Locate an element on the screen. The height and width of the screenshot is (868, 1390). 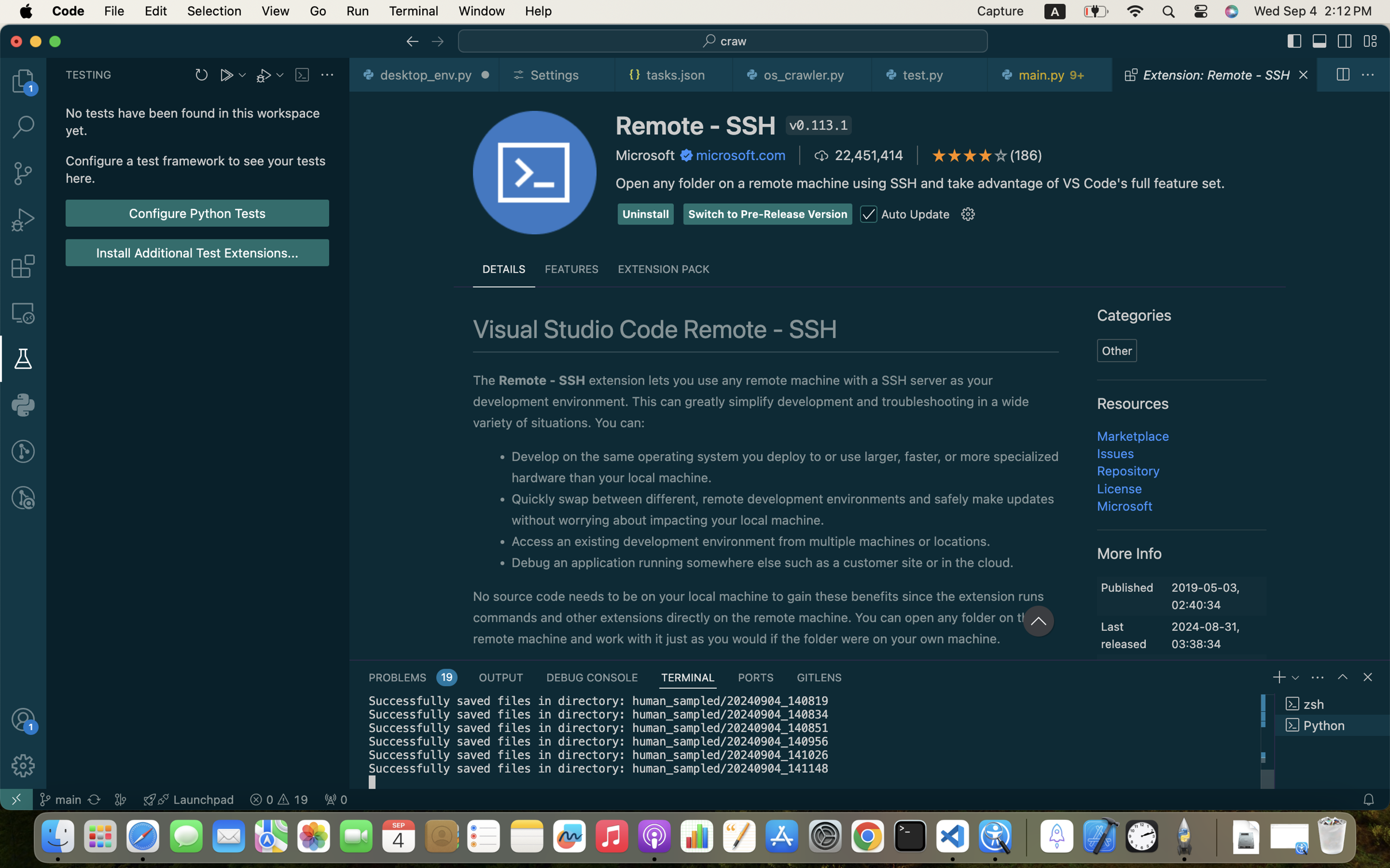
'' is located at coordinates (1343, 75).